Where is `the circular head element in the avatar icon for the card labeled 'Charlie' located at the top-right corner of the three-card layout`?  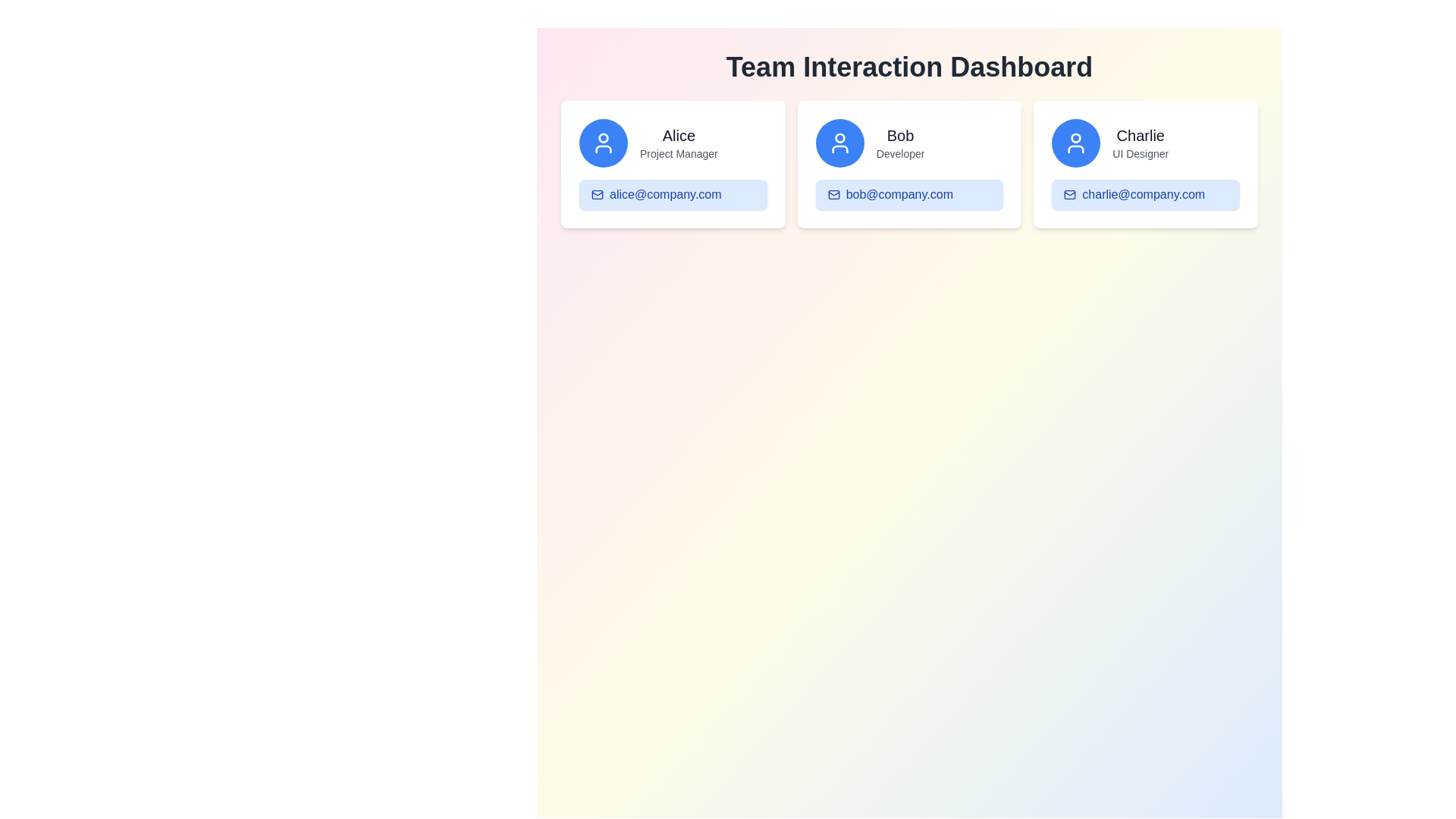 the circular head element in the avatar icon for the card labeled 'Charlie' located at the top-right corner of the three-card layout is located at coordinates (1075, 138).